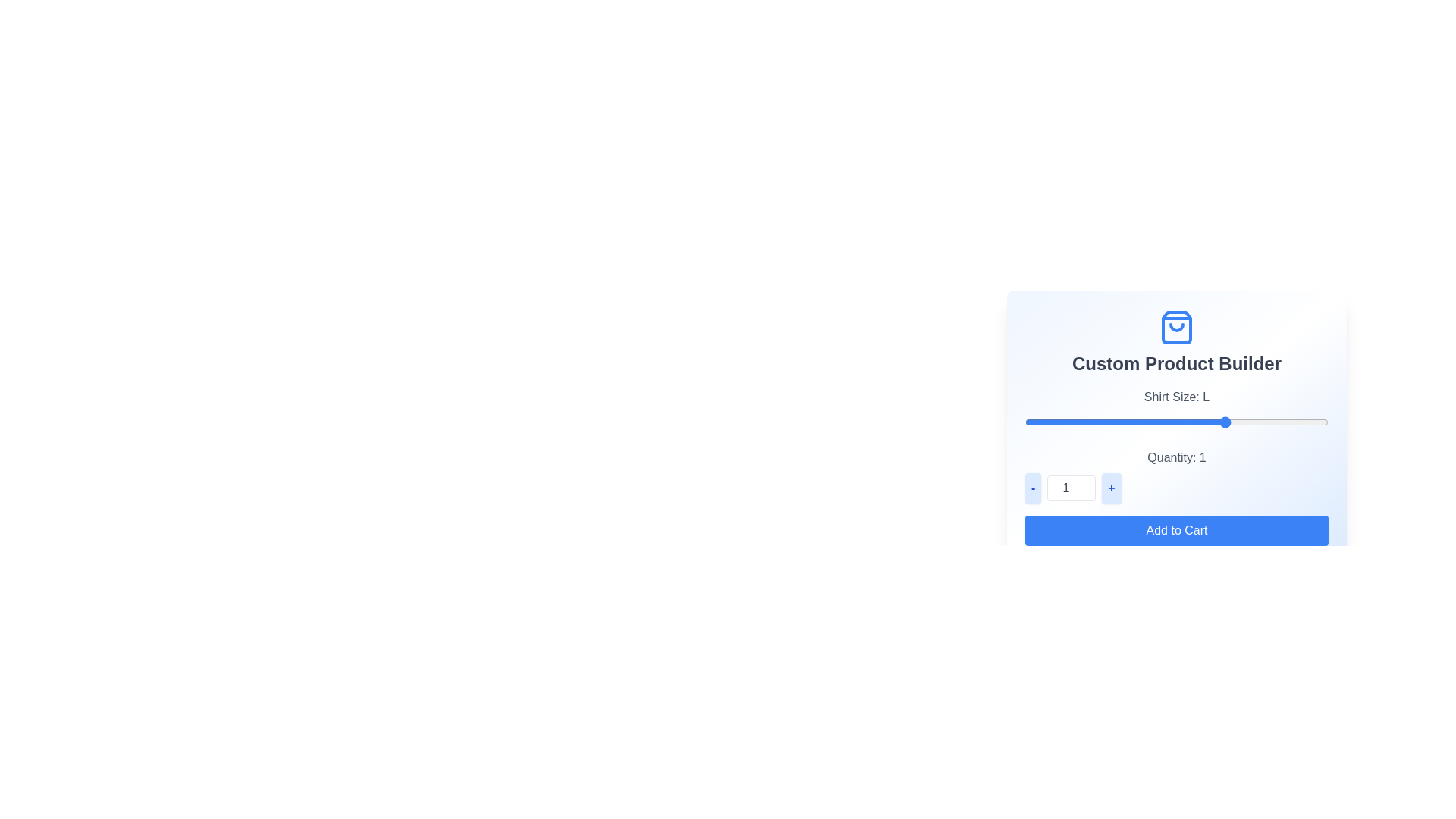  What do you see at coordinates (1025, 422) in the screenshot?
I see `the shirt size slider` at bounding box center [1025, 422].